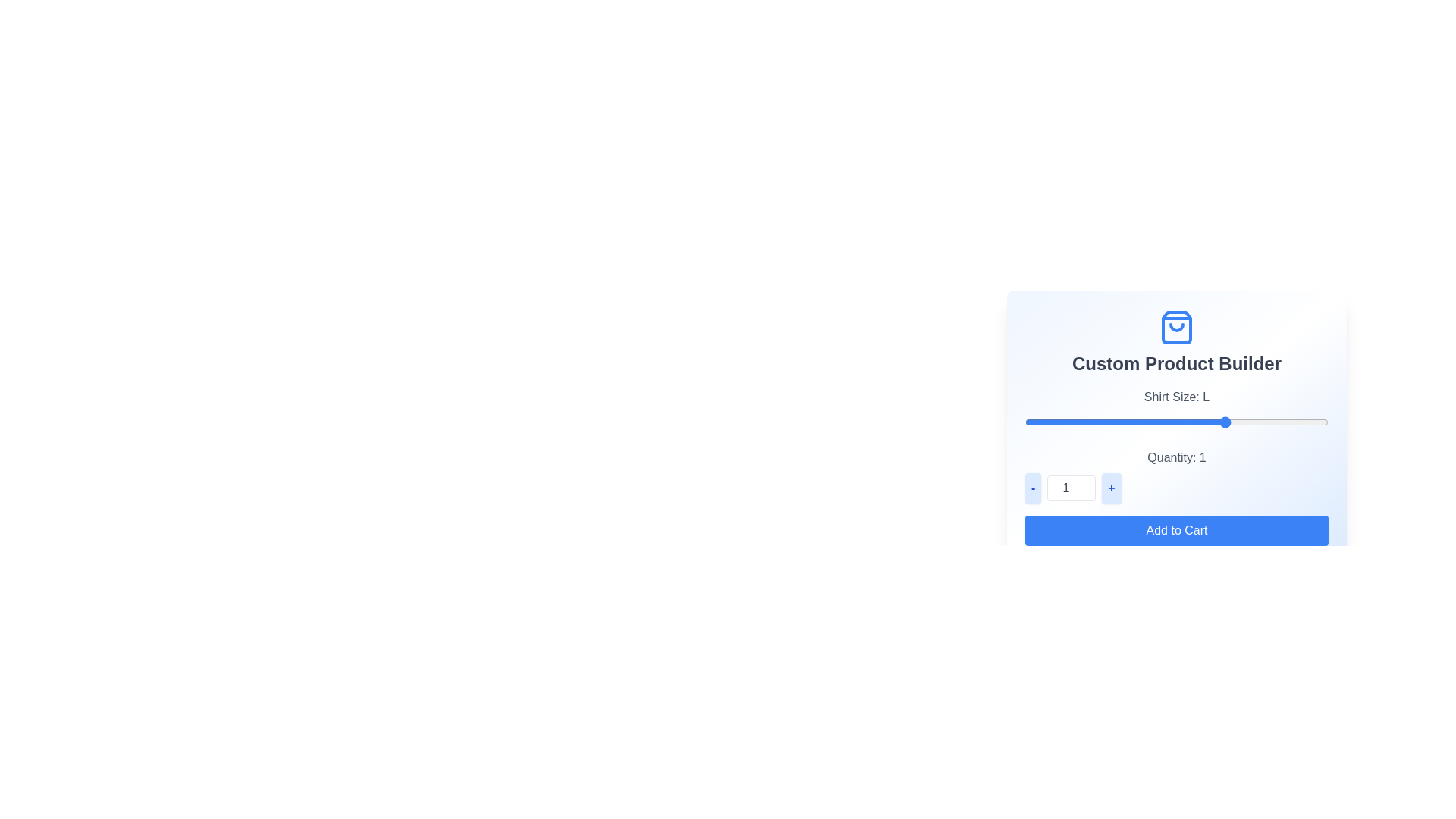  What do you see at coordinates (1025, 422) in the screenshot?
I see `the shirt size slider` at bounding box center [1025, 422].